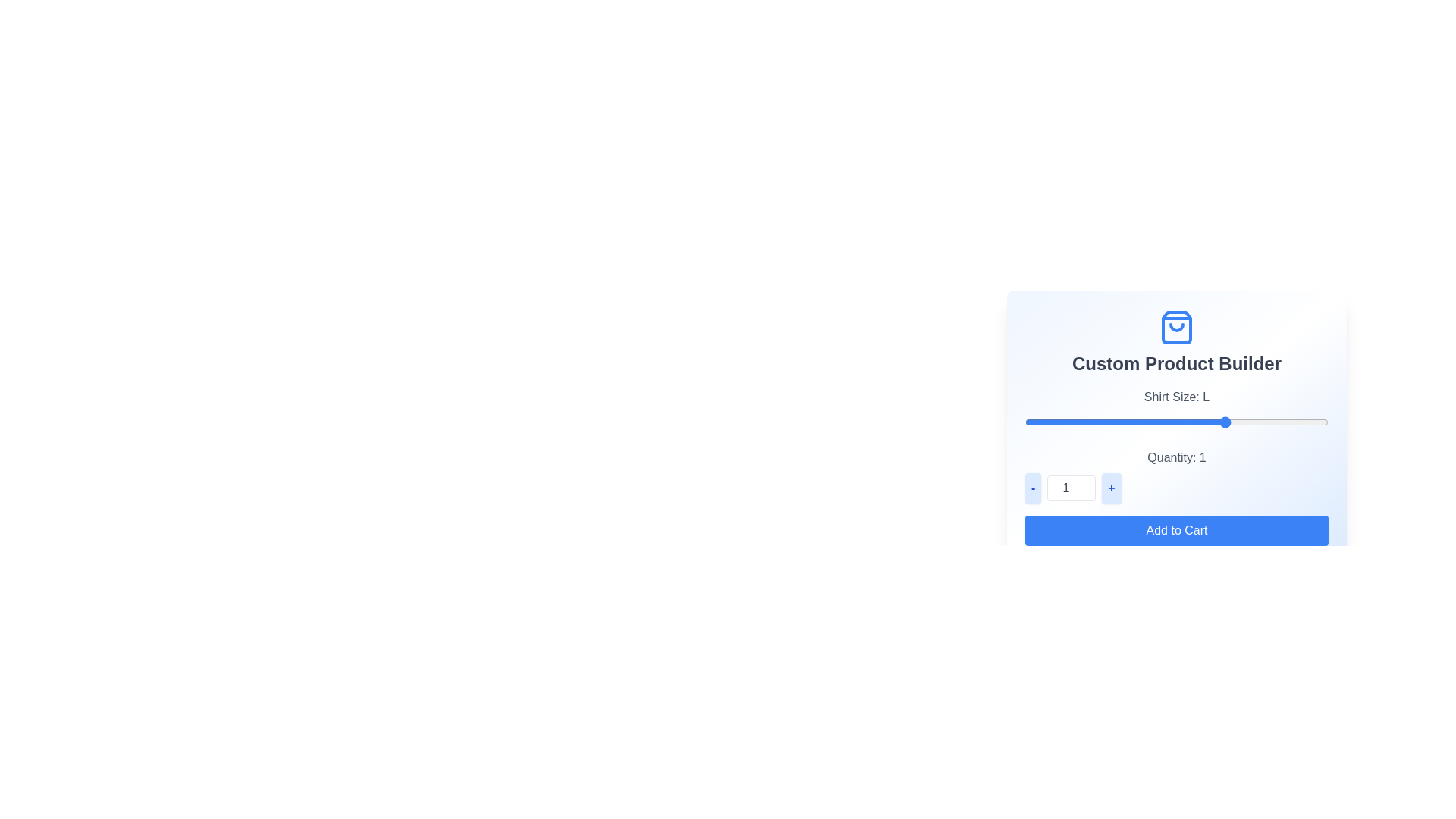  What do you see at coordinates (1025, 422) in the screenshot?
I see `the shirt size slider` at bounding box center [1025, 422].